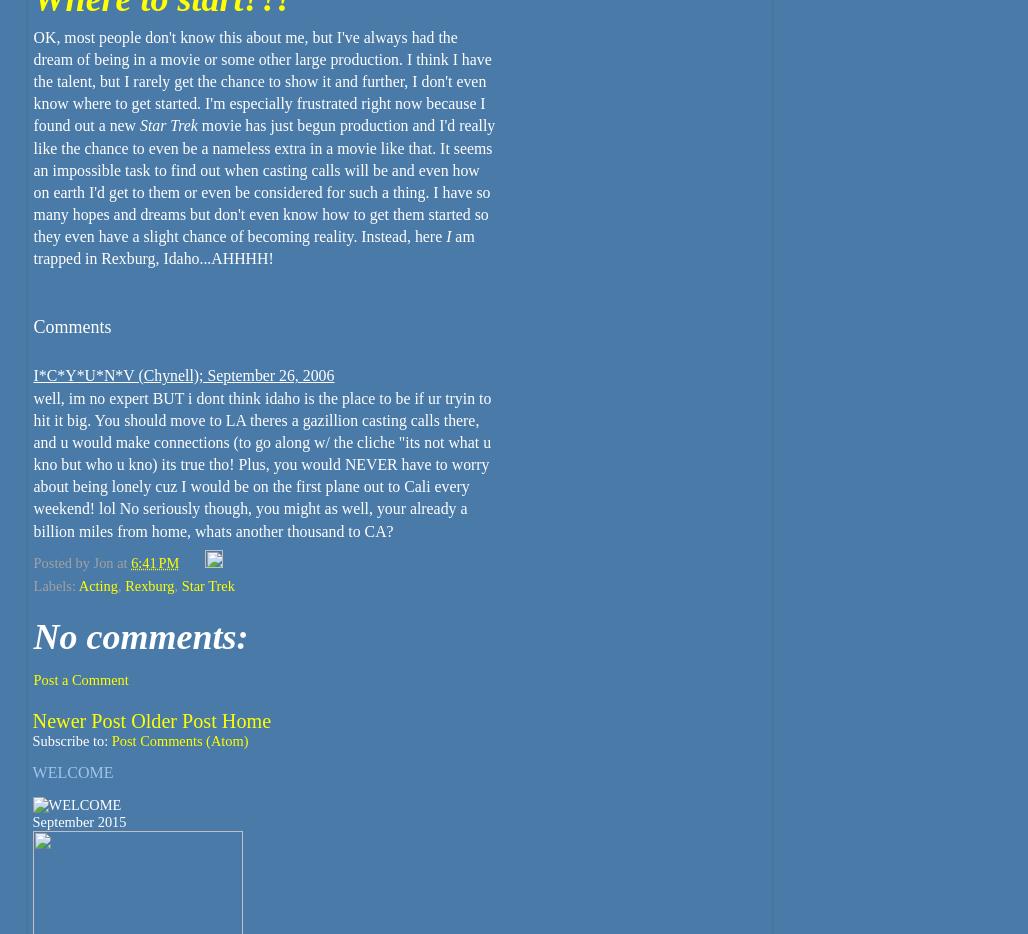 The height and width of the screenshot is (934, 1028). What do you see at coordinates (262, 80) in the screenshot?
I see `'OK, most people don't know this about me, but I've always had the dream of being in a movie or some other large production.  I think I have the talent, but I rarely get the chance to show it and further, I don't even know where to get started.  I'm especially frustrated right now because I found out a new'` at bounding box center [262, 80].